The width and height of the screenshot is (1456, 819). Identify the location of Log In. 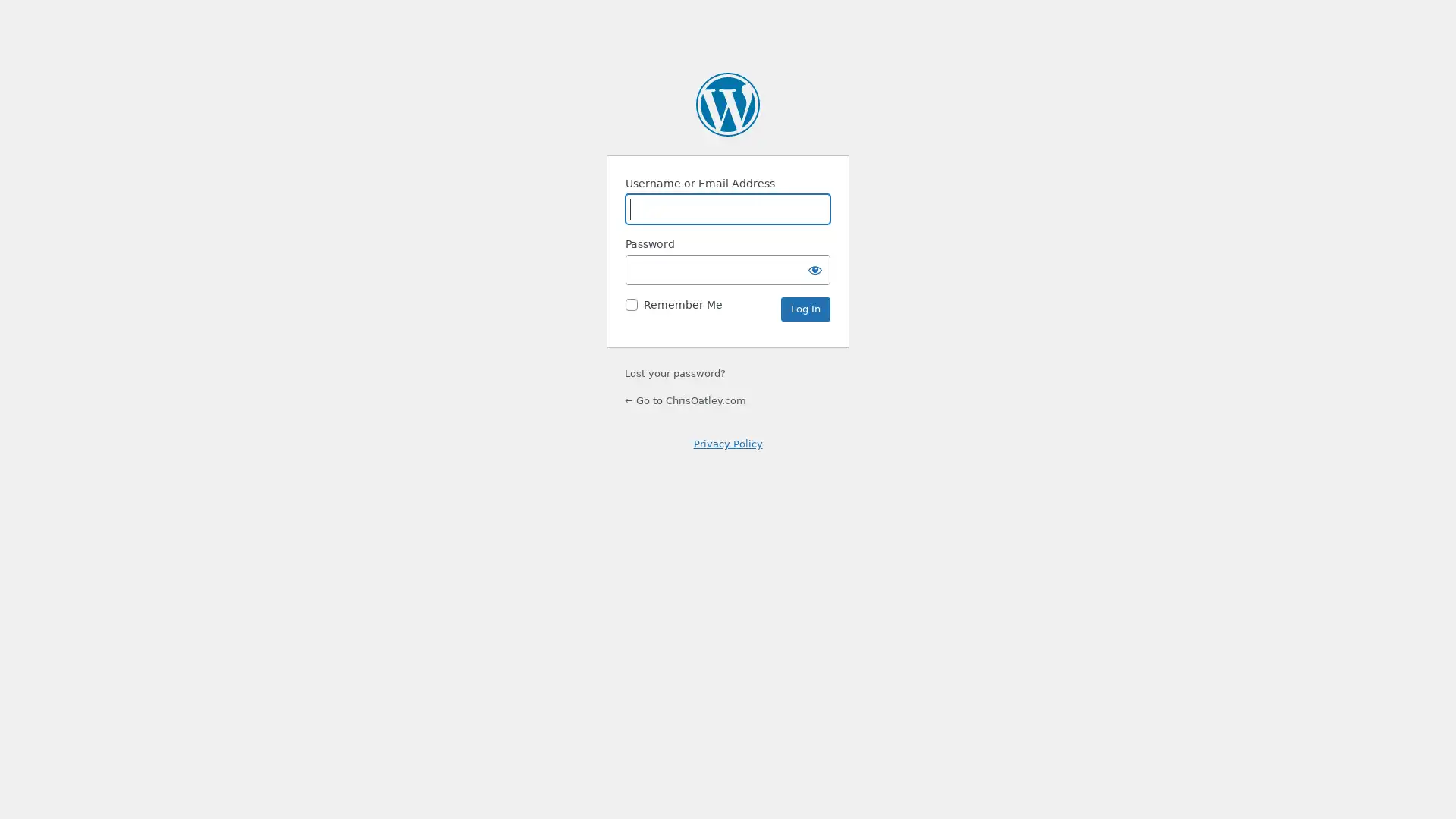
(805, 309).